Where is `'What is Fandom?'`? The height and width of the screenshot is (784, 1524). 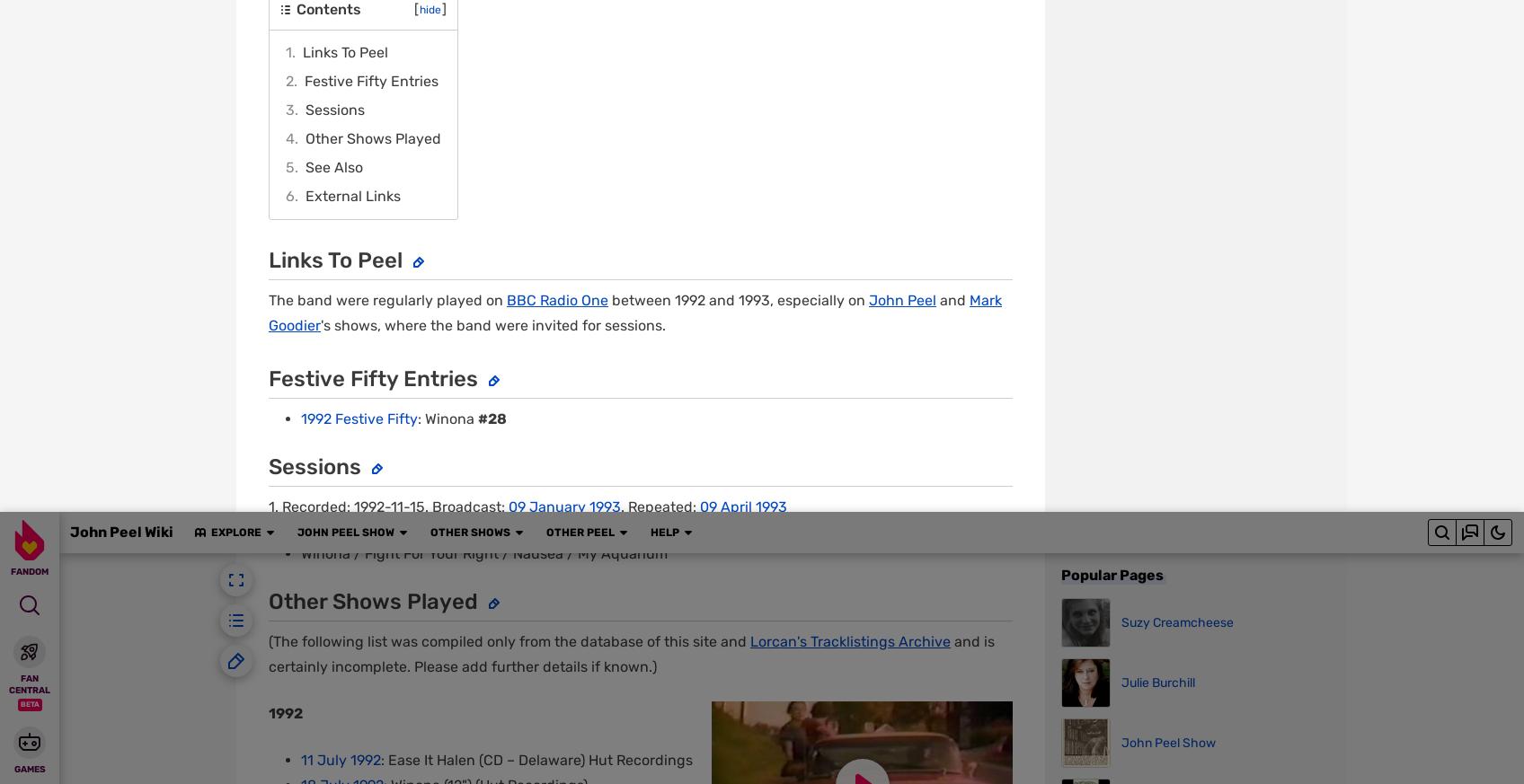 'What is Fandom?' is located at coordinates (623, 709).